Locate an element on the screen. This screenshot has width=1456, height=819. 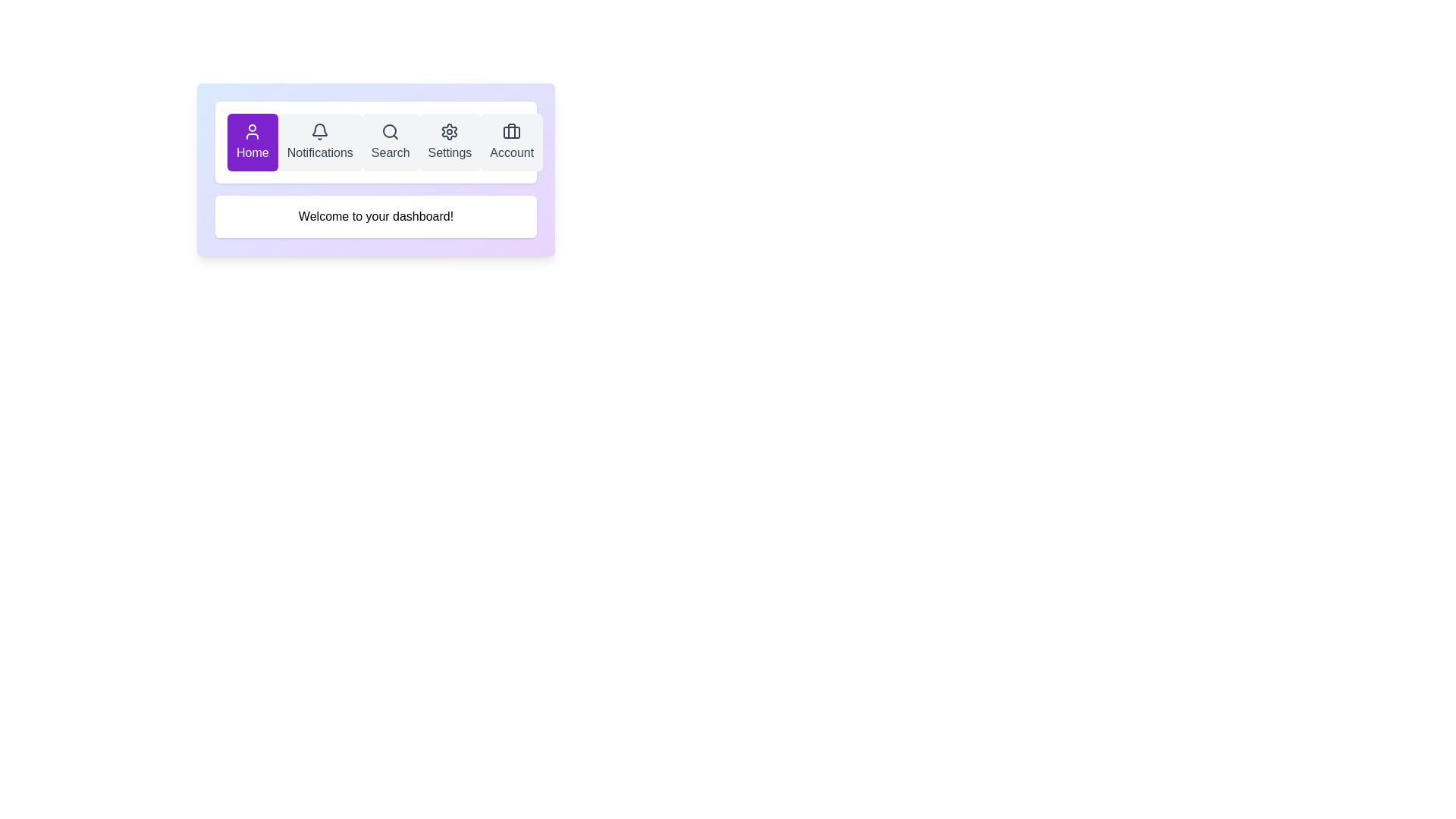
the static text block that greets the user on their dashboard, located beneath the navigation bar and centered horizontally is located at coordinates (375, 216).